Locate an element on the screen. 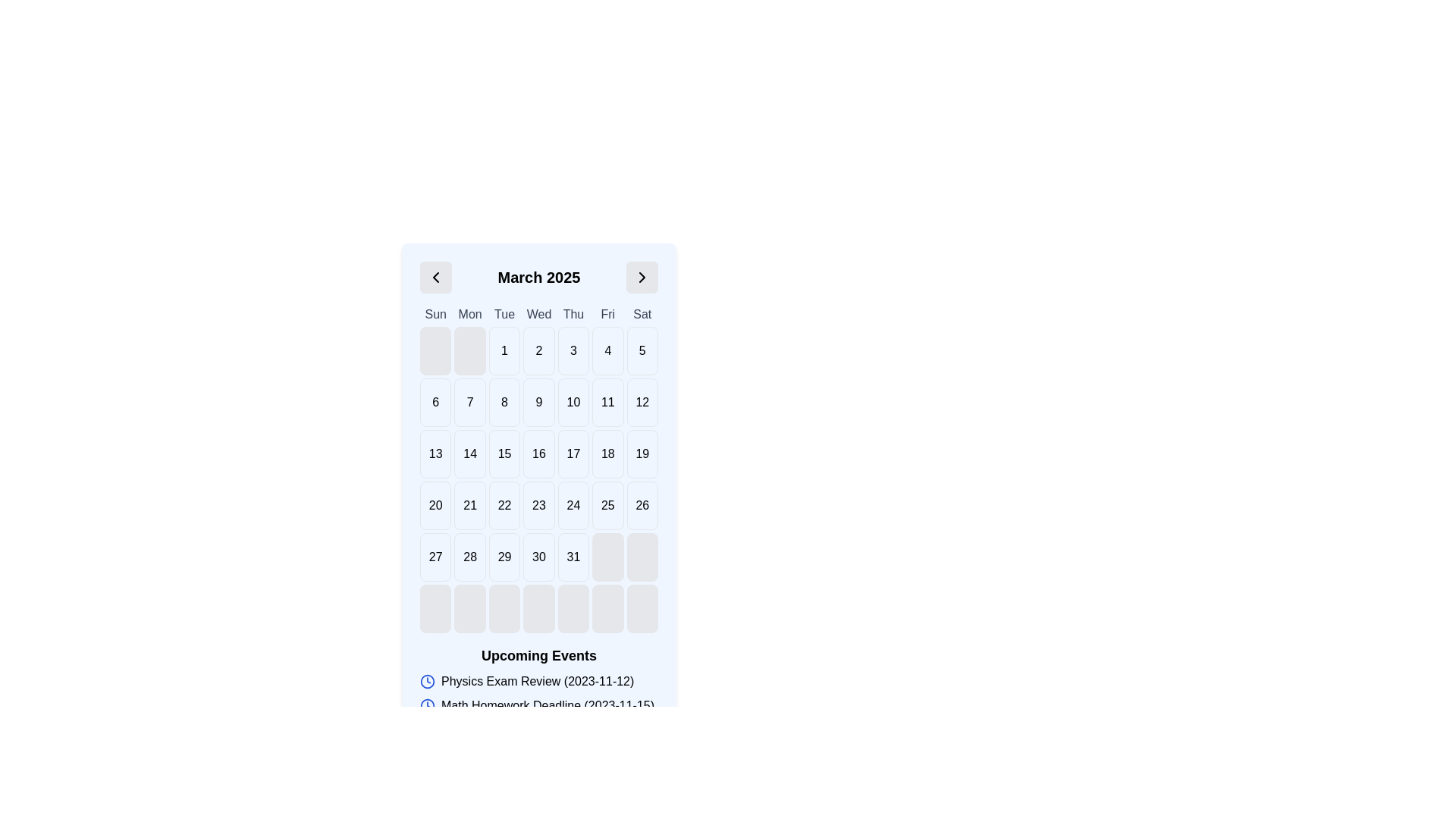  the calendar date cell displaying the number '16', located in the third row and fourth column of the calendar layout is located at coordinates (538, 453).